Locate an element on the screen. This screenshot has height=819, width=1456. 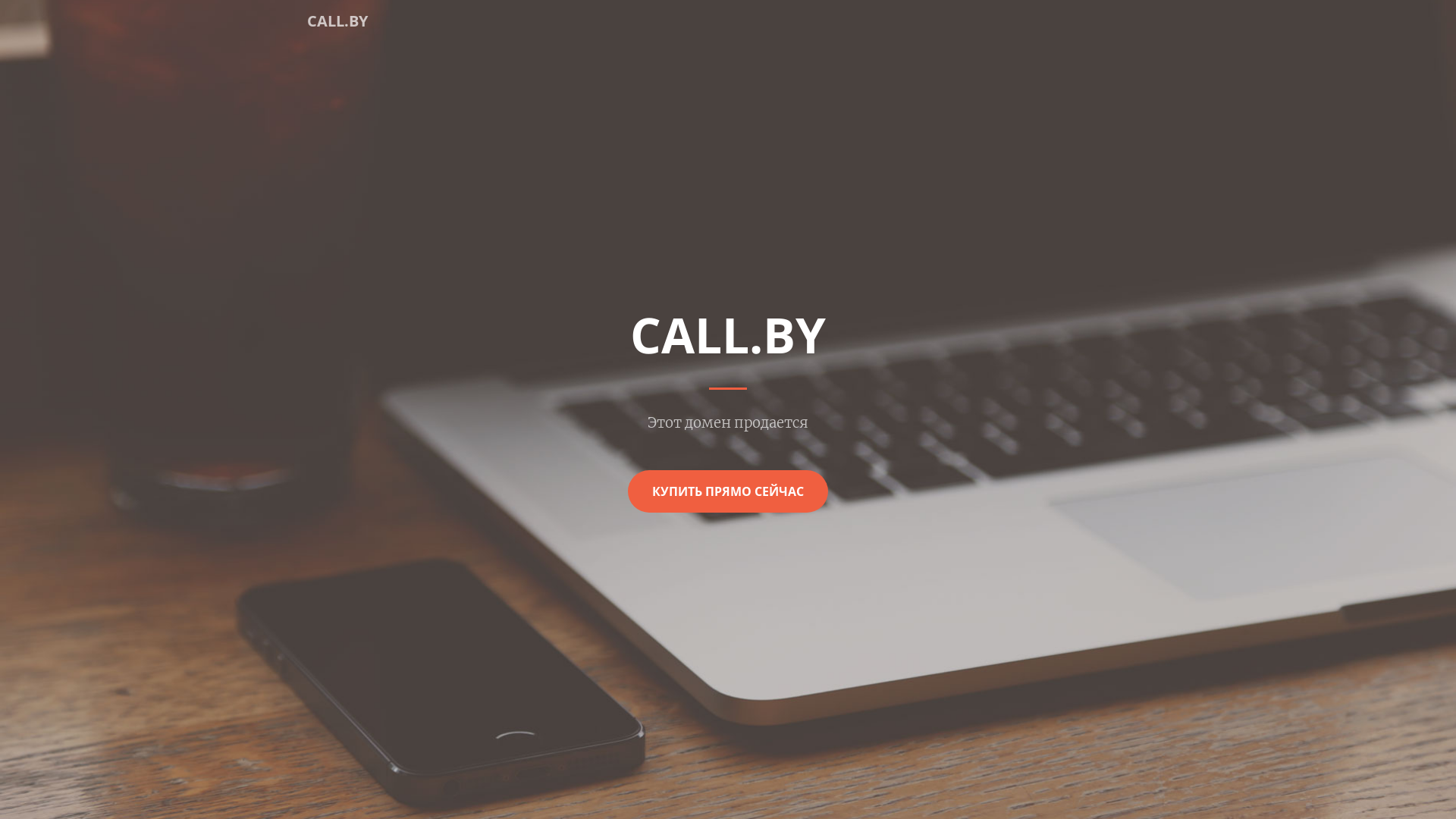
'CALL.BY' is located at coordinates (337, 20).